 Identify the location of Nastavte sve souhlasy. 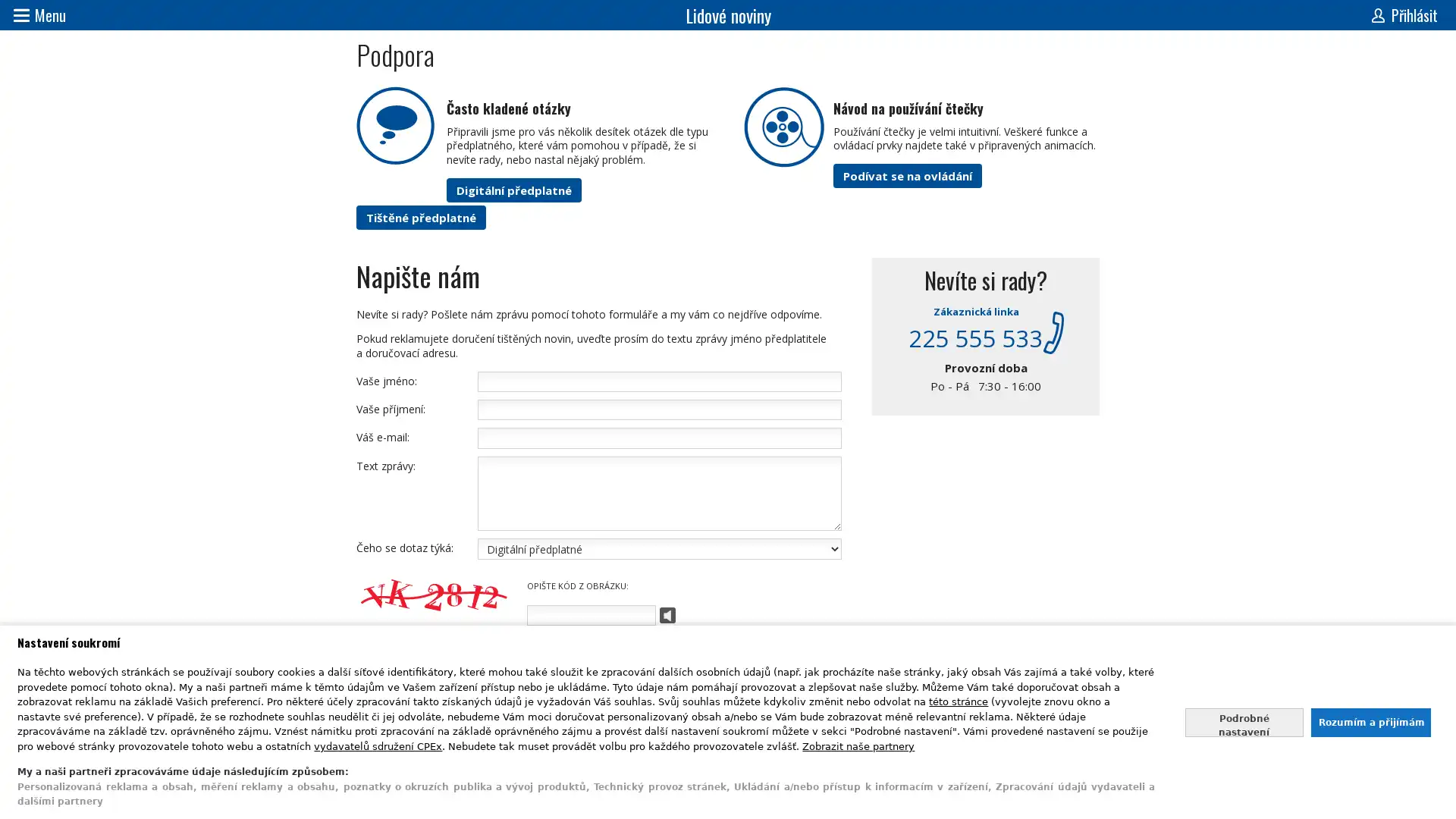
(1244, 721).